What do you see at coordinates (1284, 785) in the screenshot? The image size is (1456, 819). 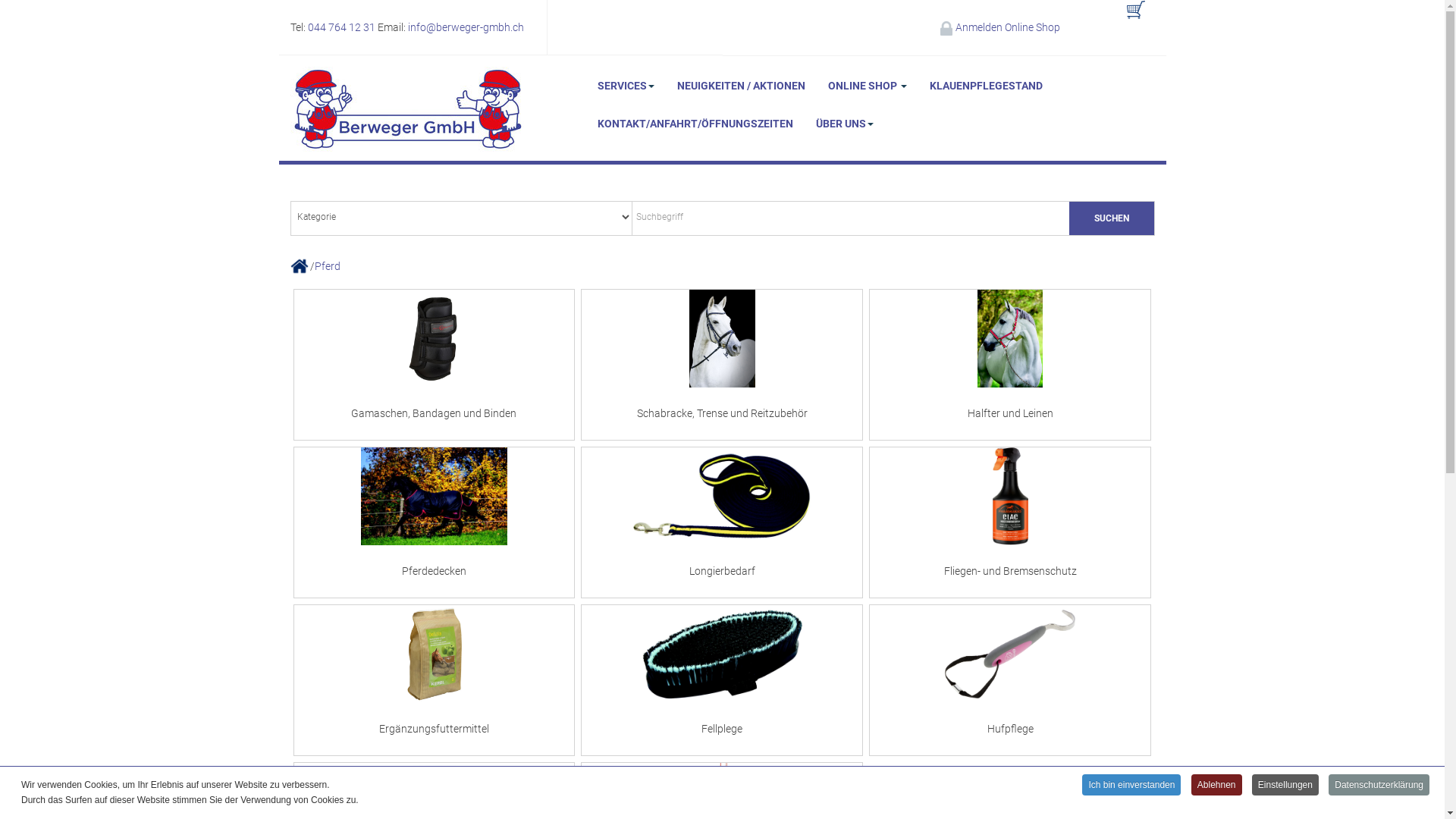 I see `'Einstellungen'` at bounding box center [1284, 785].